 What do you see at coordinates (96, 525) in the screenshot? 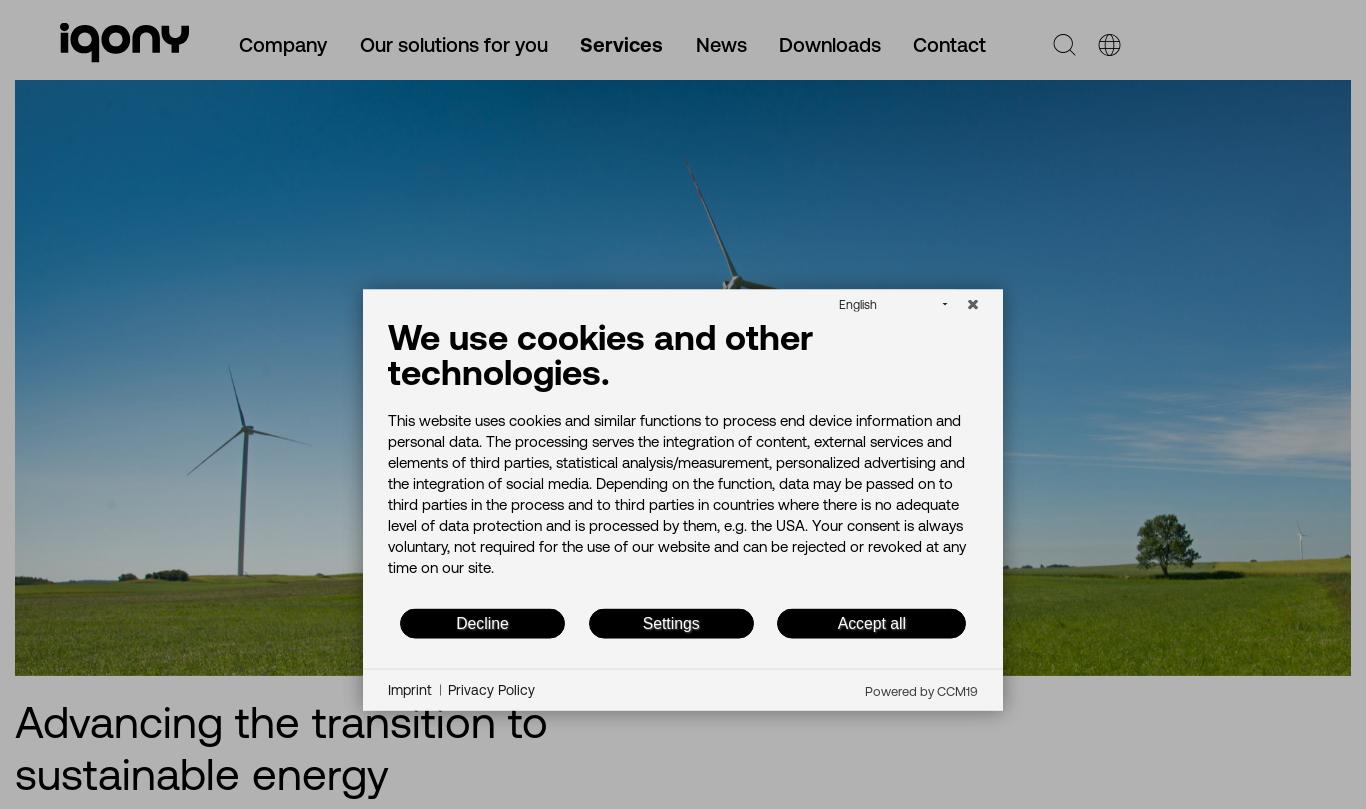
I see `'Renewables'` at bounding box center [96, 525].